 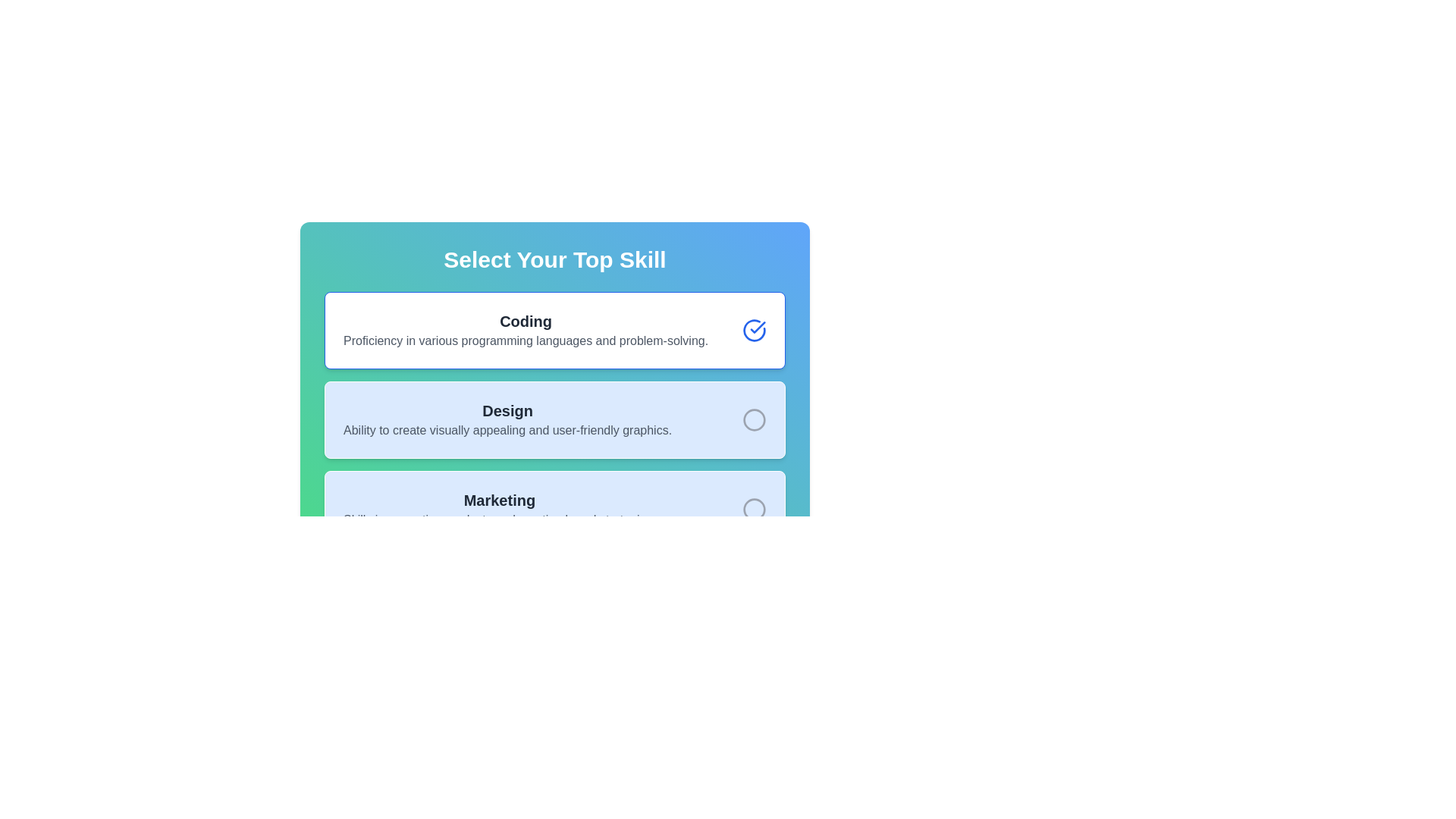 I want to click on the circular graphical icon located at the right edge of the 'Marketing' skill selection box, so click(x=754, y=509).